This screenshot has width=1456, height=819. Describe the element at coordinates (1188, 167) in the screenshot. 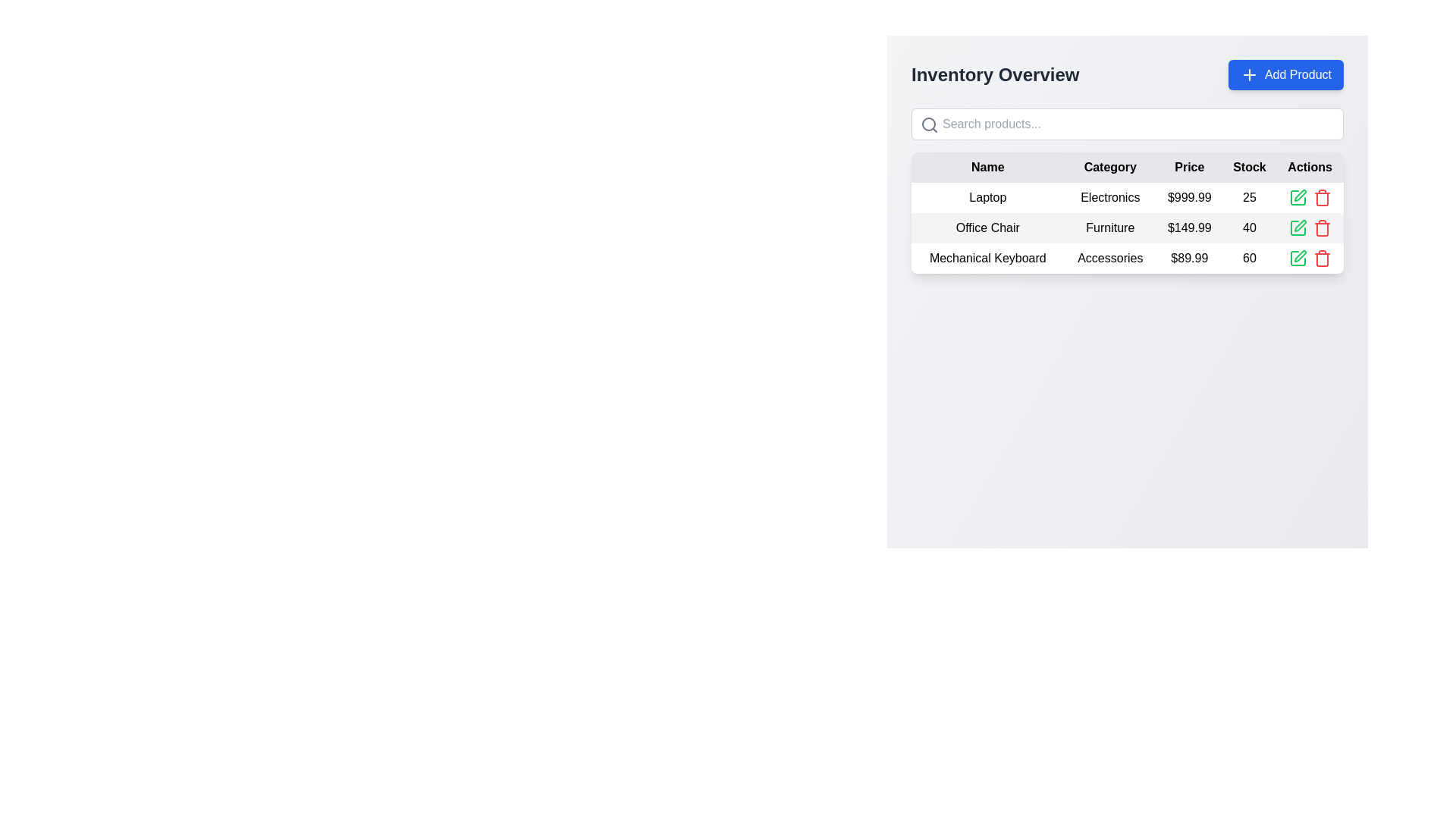

I see `the 'Price' column header in the table which indicates that the column contains pricing information for the respective items listed below` at that location.